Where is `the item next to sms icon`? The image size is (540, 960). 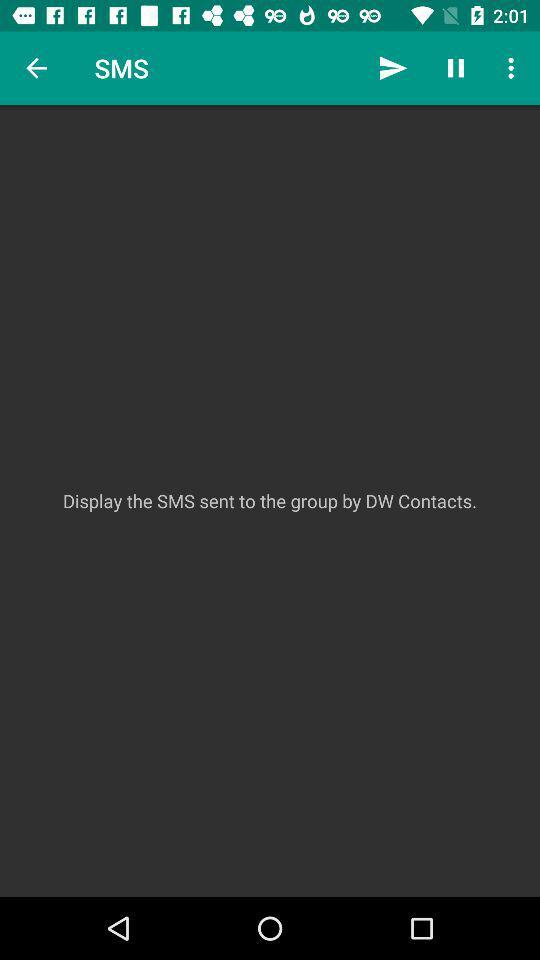
the item next to sms icon is located at coordinates (393, 68).